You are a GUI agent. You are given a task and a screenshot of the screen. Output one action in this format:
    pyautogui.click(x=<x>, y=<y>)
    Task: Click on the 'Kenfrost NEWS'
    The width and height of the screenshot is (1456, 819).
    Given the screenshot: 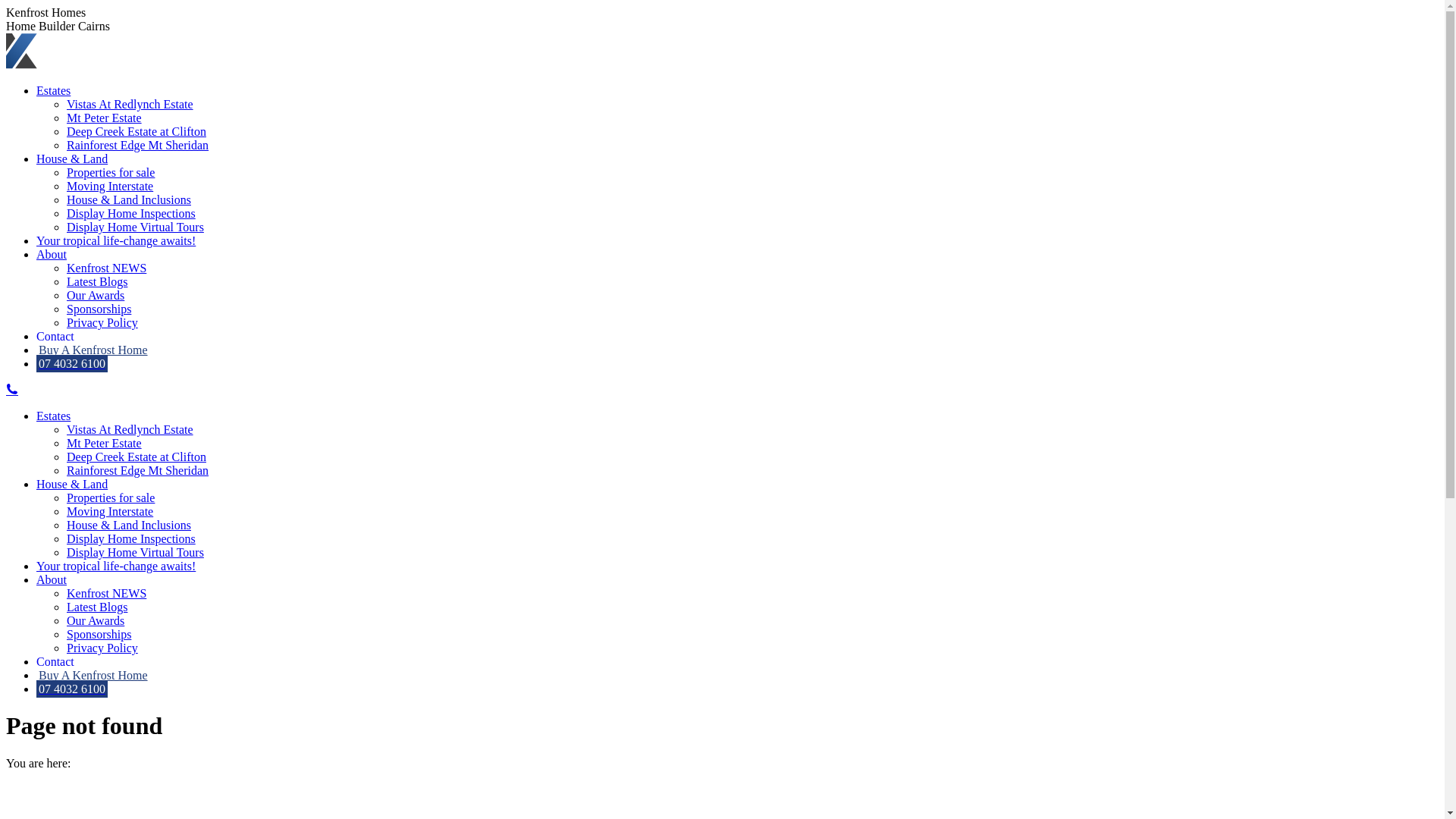 What is the action you would take?
    pyautogui.click(x=65, y=267)
    